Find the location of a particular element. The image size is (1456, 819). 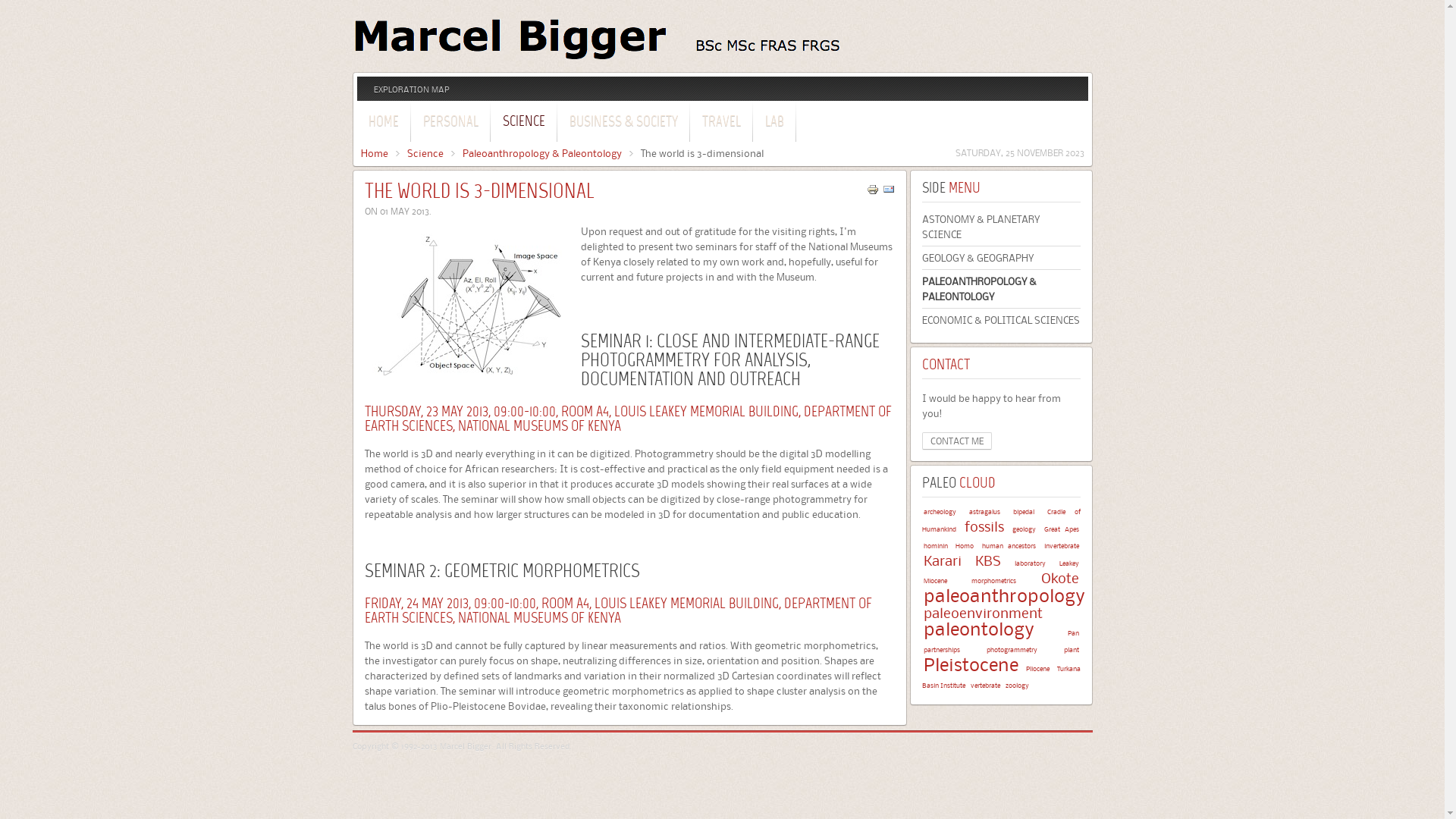

'Cradle of Humankind' is located at coordinates (1001, 519).